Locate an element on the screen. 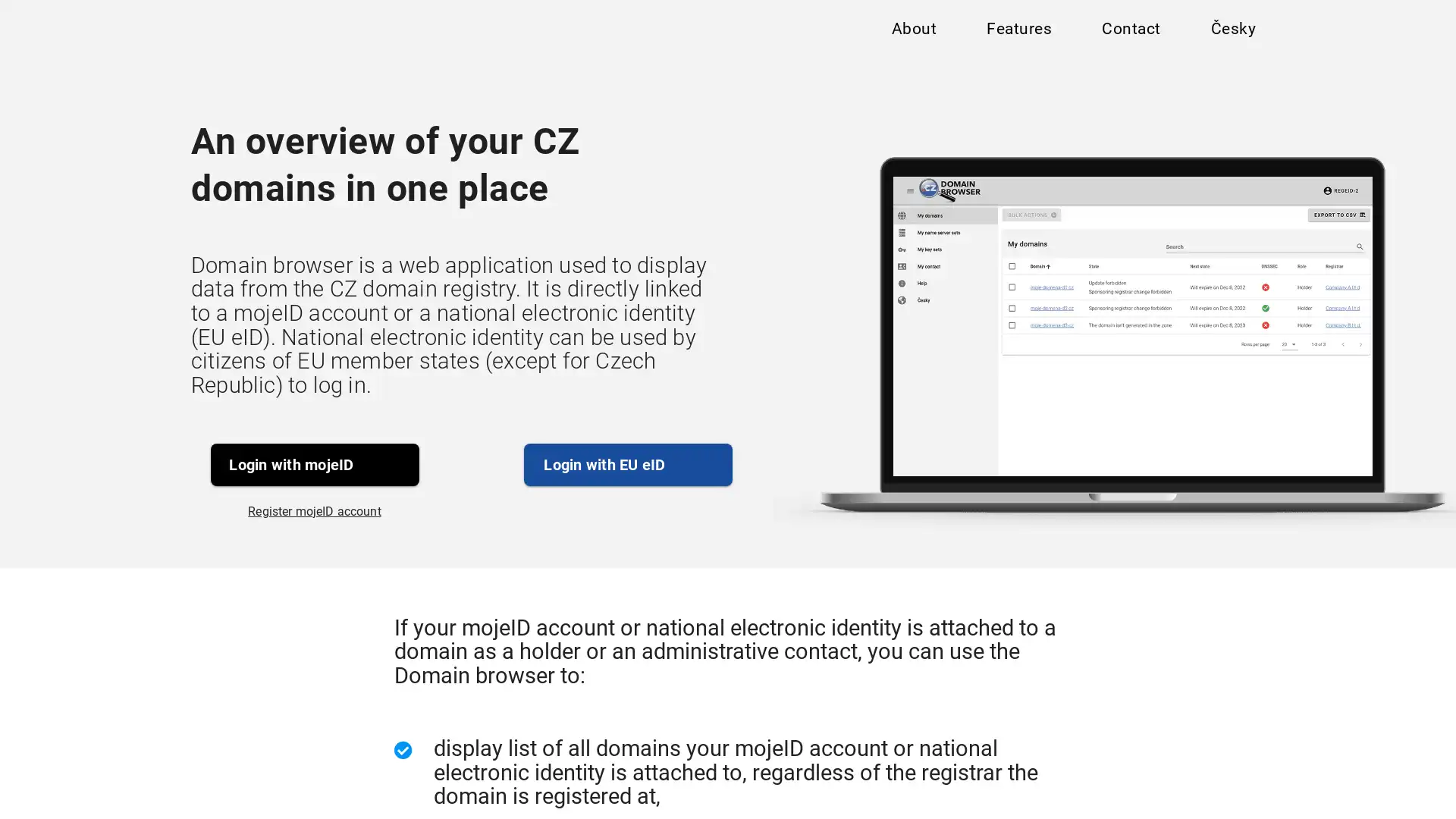  Contact is located at coordinates (1130, 32).